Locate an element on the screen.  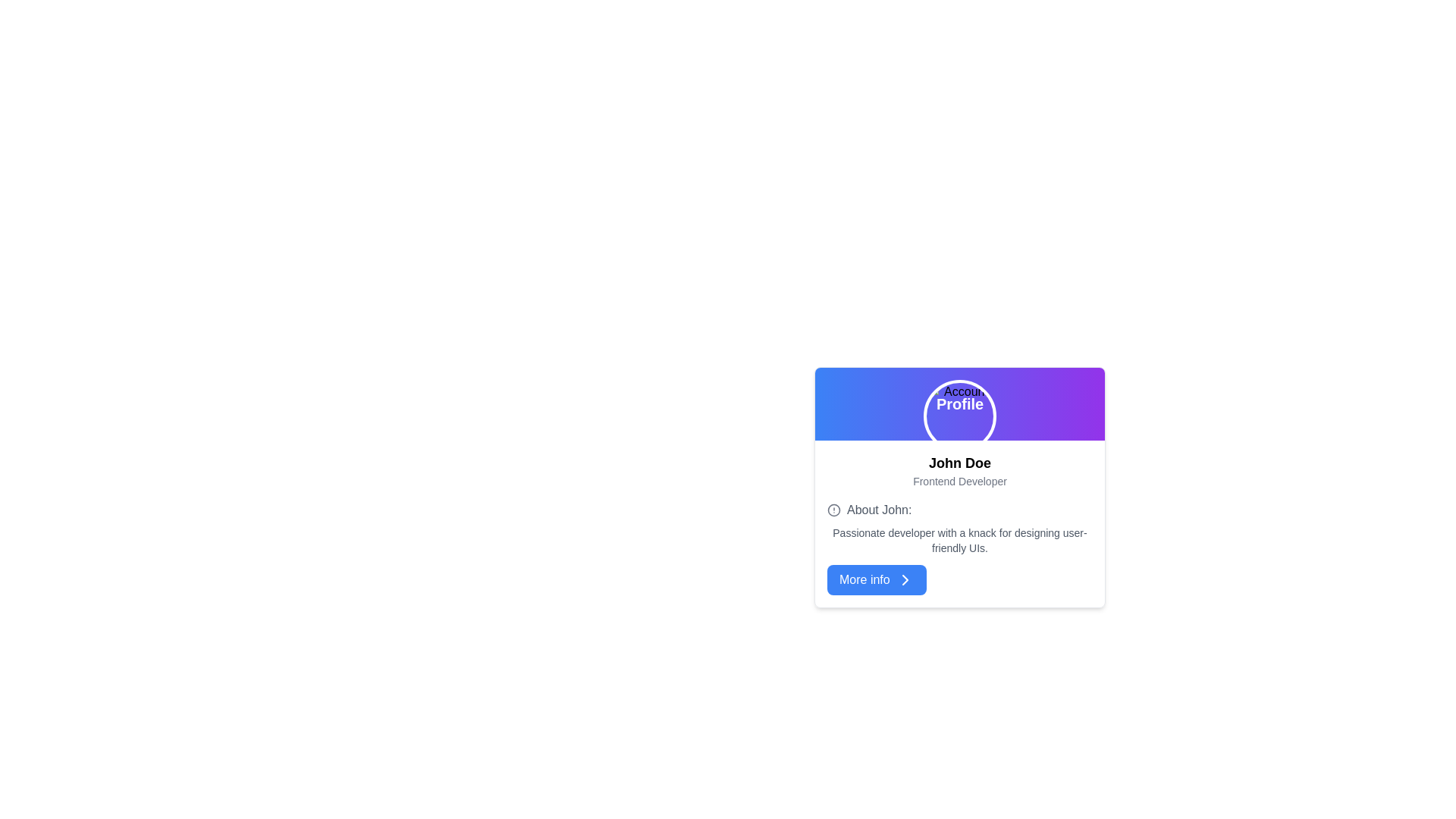
the small circular icon with a gray outline and an exclamation mark located to the left of the text 'About John:' by moving the cursor to its center is located at coordinates (833, 510).